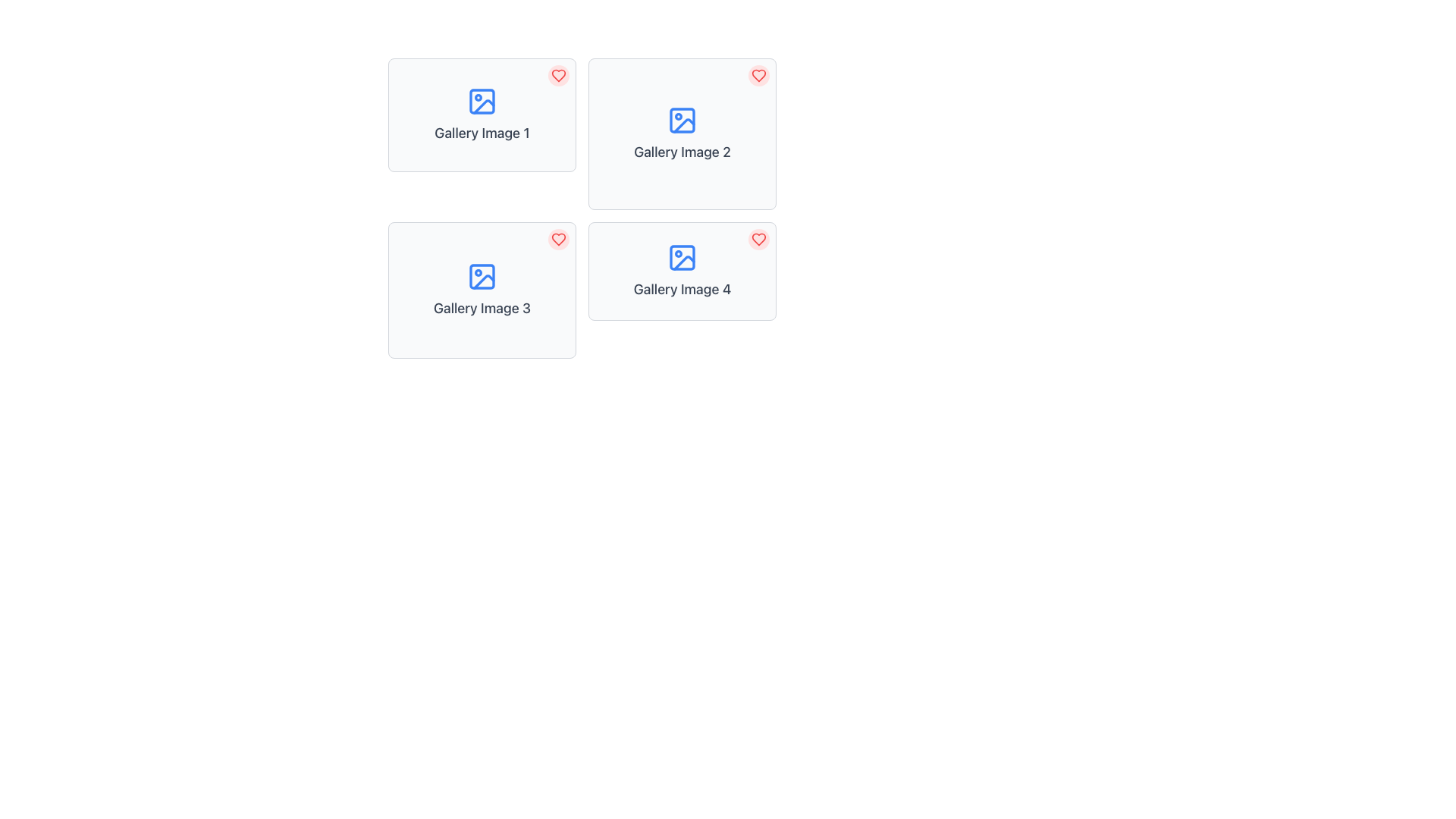 This screenshot has height=819, width=1456. What do you see at coordinates (759, 76) in the screenshot?
I see `the heart icon in the top-right corner of the 'Gallery Image 2' card` at bounding box center [759, 76].